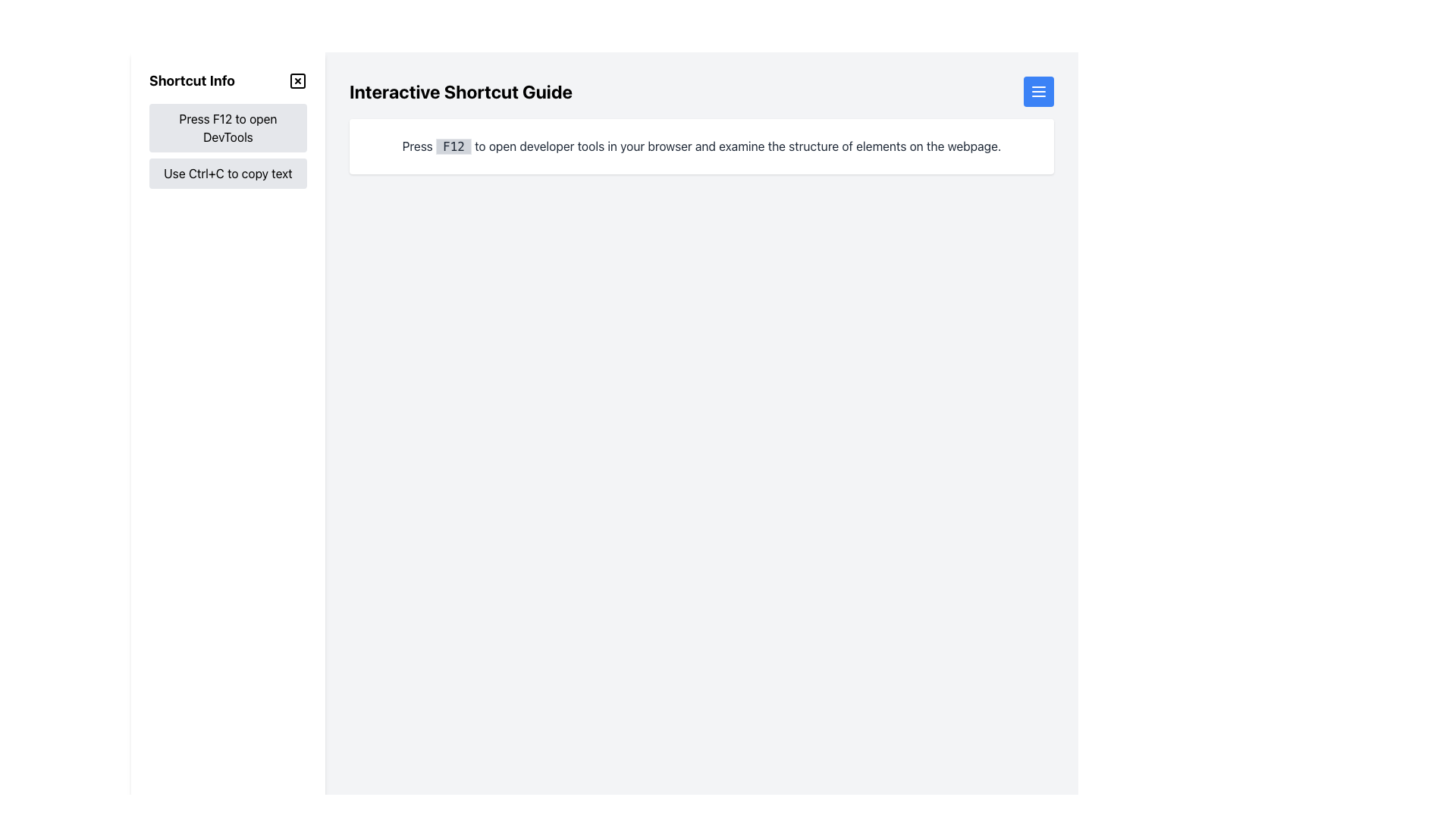  I want to click on the interactive SVG rectangle element with rounded corners located near the top-right corner of the 'Shortcut Info' pane, so click(298, 81).